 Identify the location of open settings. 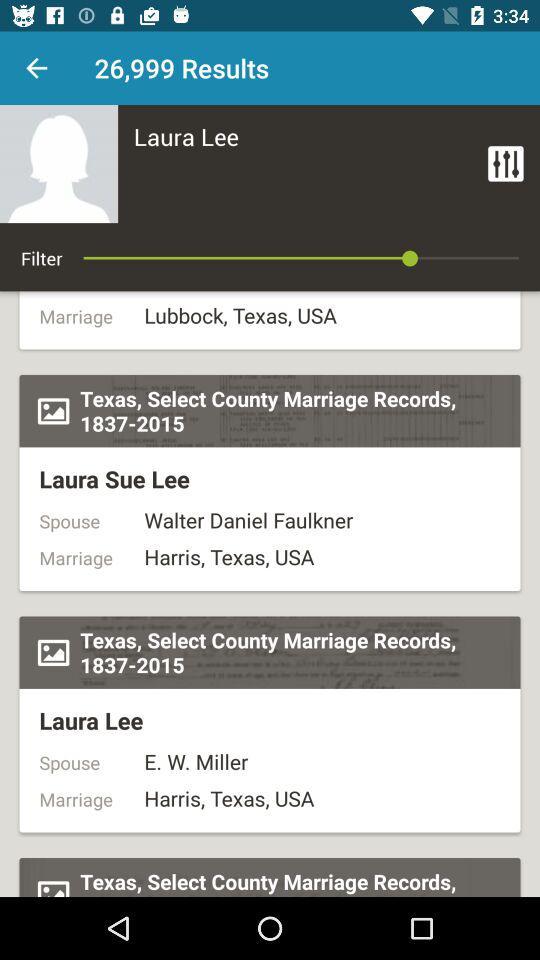
(504, 162).